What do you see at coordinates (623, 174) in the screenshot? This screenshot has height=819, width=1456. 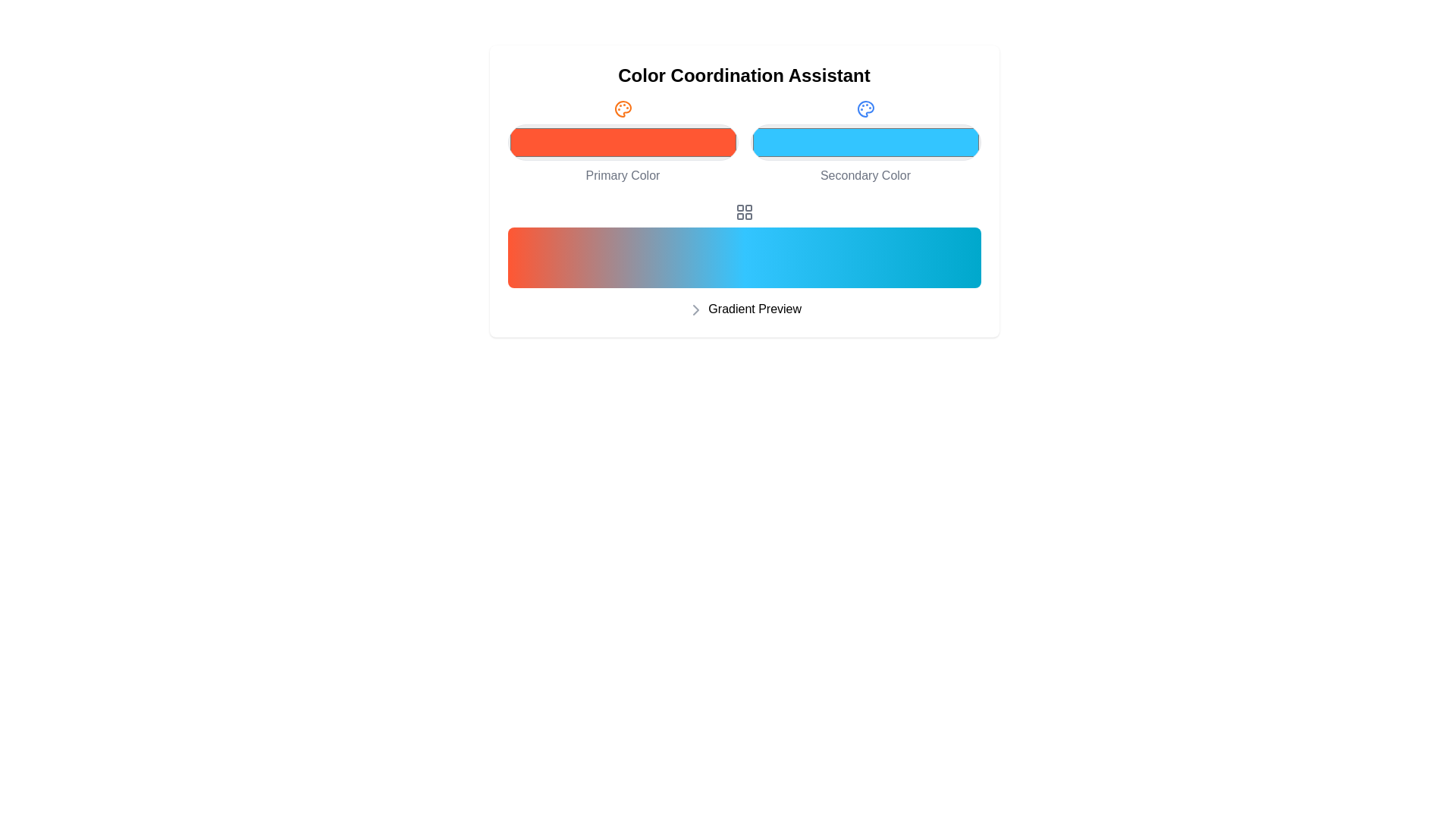 I see `the text label indicating 'Primary Color', which is located centrally below the orange color rectangle` at bounding box center [623, 174].